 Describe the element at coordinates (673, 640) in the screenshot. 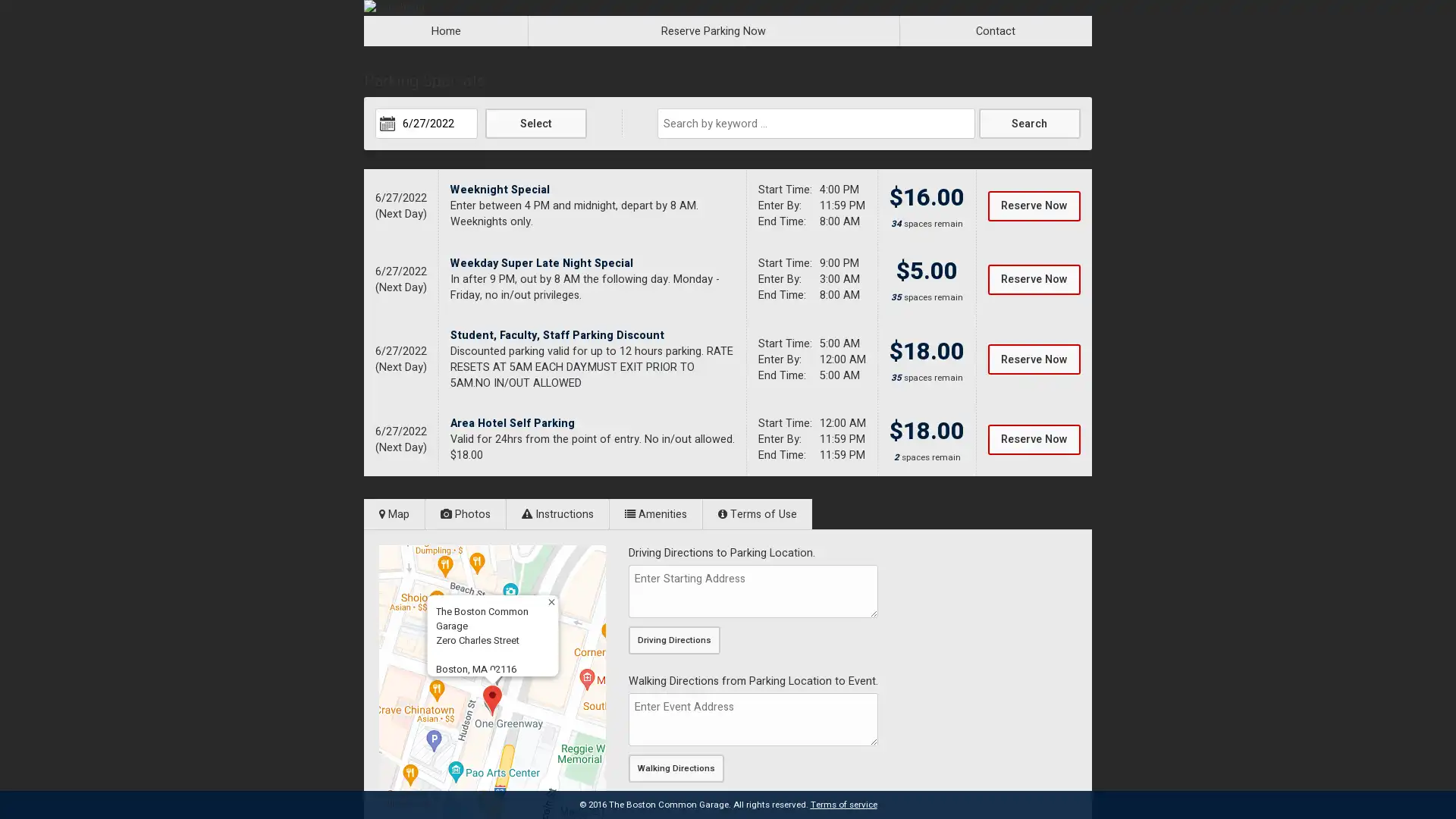

I see `Driving Directions` at that location.